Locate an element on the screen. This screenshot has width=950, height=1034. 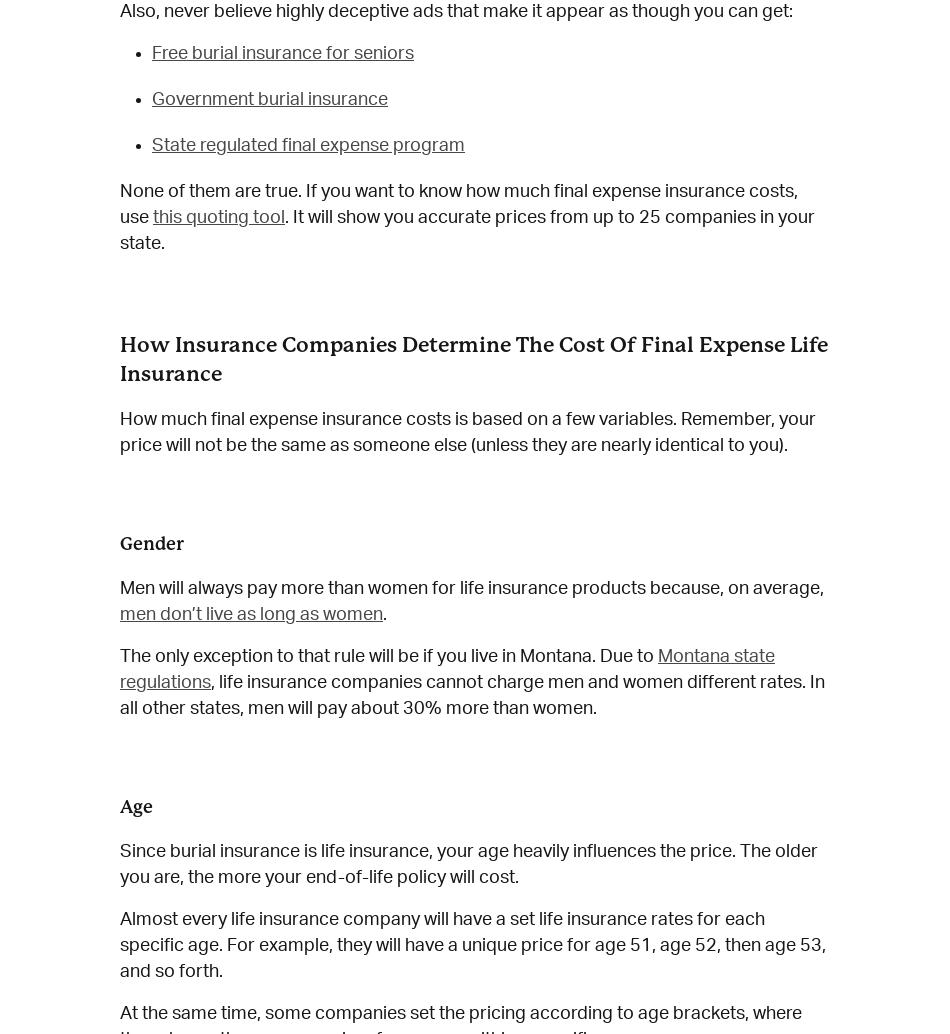
'Montana state regulations' is located at coordinates (446, 670).